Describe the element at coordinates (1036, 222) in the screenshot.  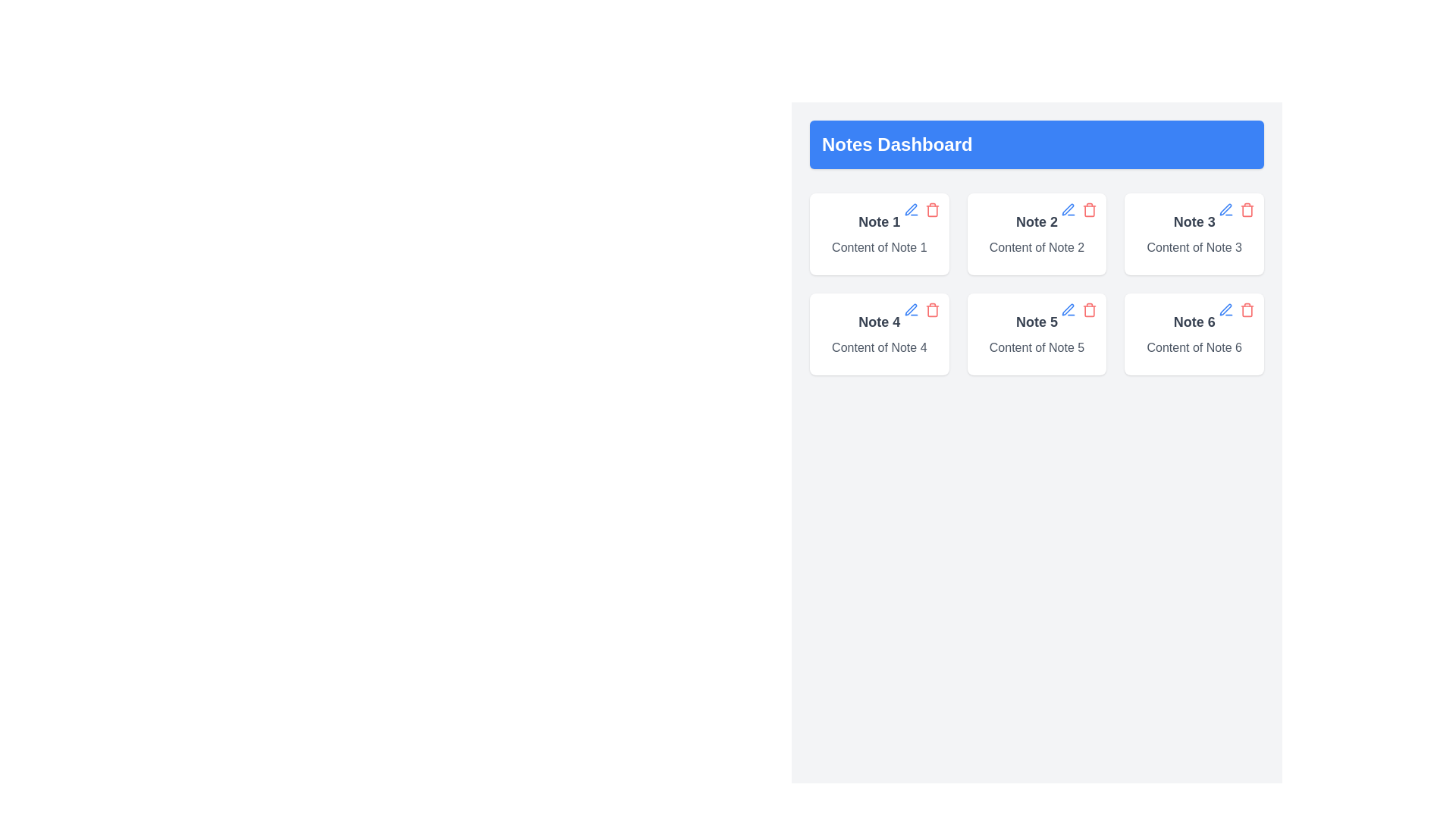
I see `the text label that serves as the title of the second note card in the grid, located in the top row and second column` at that location.